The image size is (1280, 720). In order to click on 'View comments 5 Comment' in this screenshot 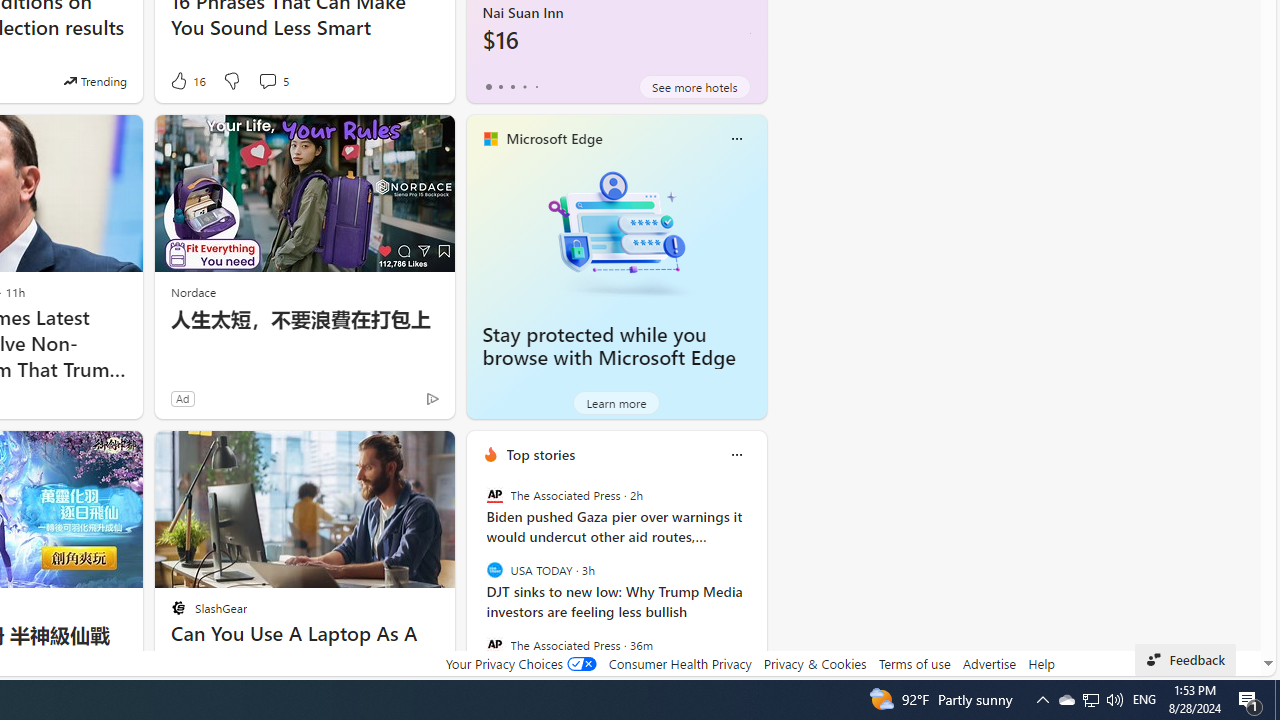, I will do `click(266, 80)`.